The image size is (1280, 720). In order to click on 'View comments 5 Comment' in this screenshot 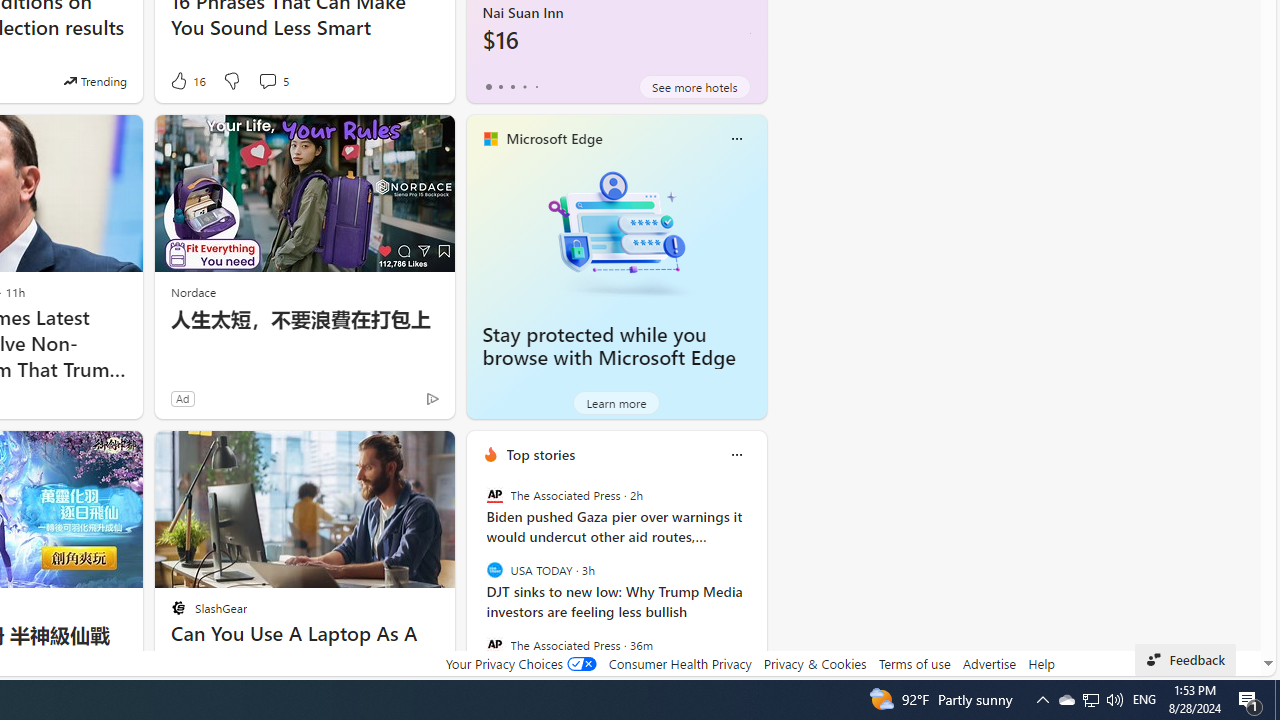, I will do `click(266, 80)`.